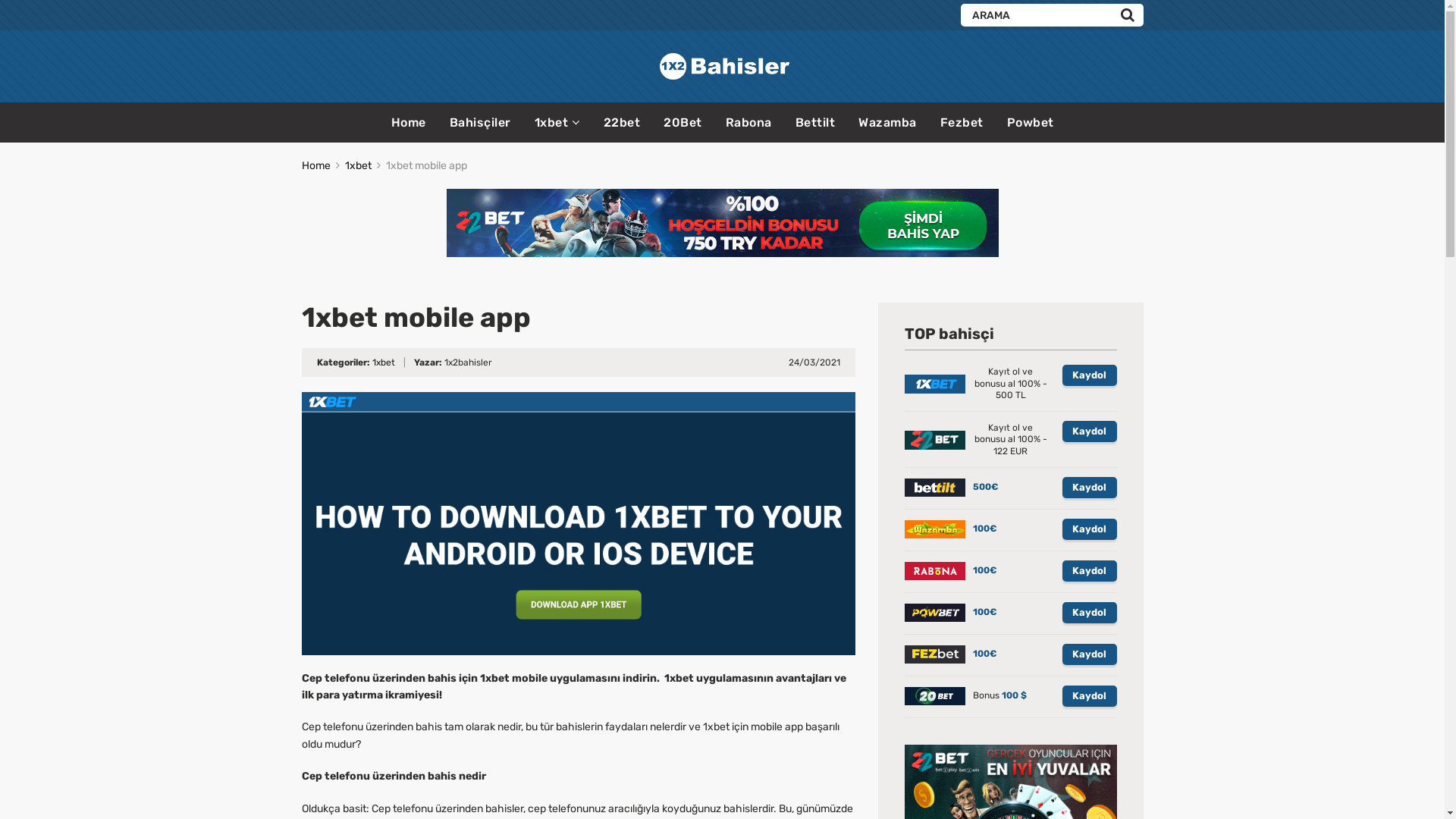 This screenshot has height=819, width=1456. Describe the element at coordinates (603, 122) in the screenshot. I see `'22bet'` at that location.